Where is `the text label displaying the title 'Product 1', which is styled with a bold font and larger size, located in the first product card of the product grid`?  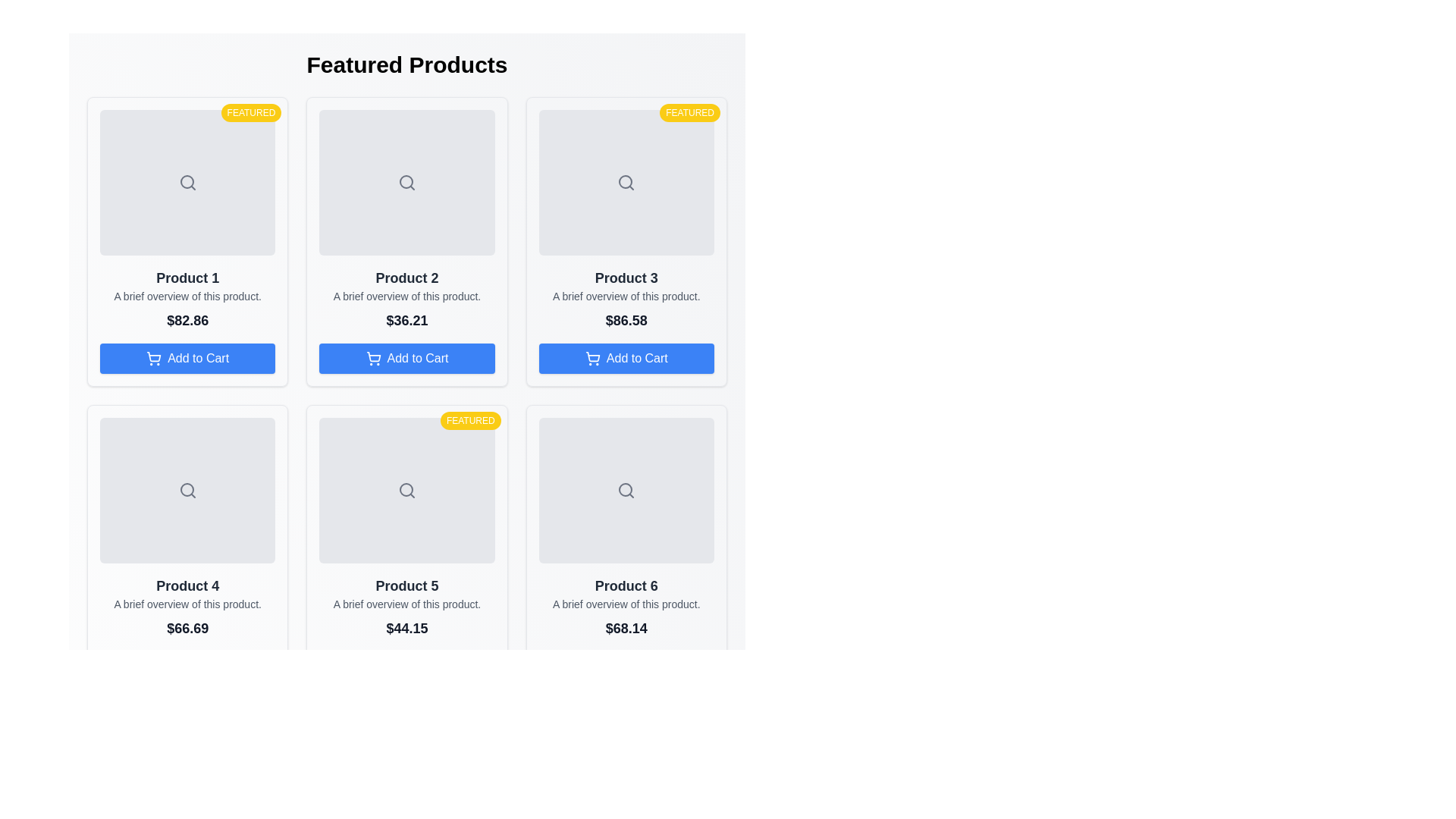
the text label displaying the title 'Product 1', which is styled with a bold font and larger size, located in the first product card of the product grid is located at coordinates (187, 278).